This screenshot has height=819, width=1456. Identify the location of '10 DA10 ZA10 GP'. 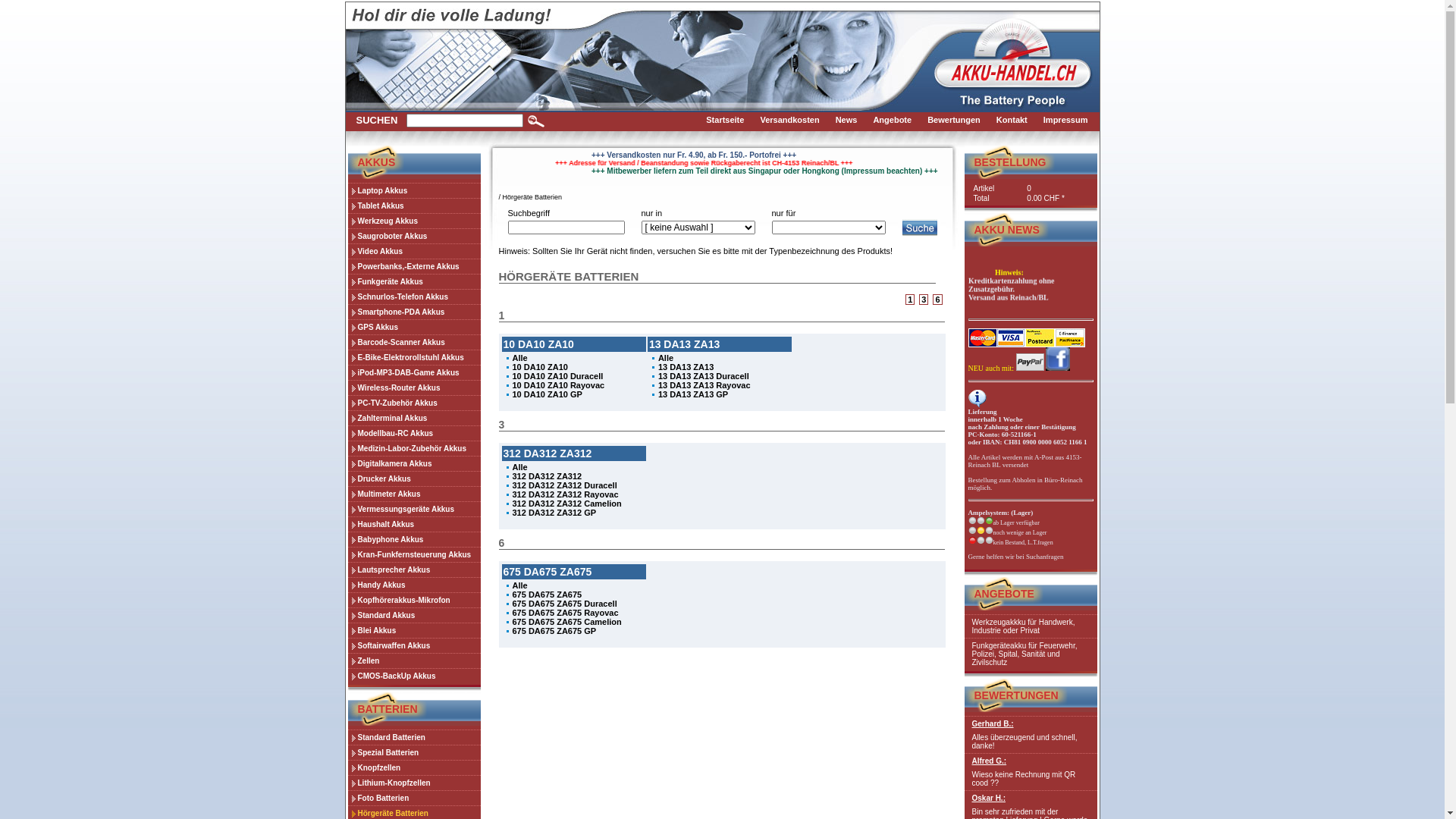
(546, 394).